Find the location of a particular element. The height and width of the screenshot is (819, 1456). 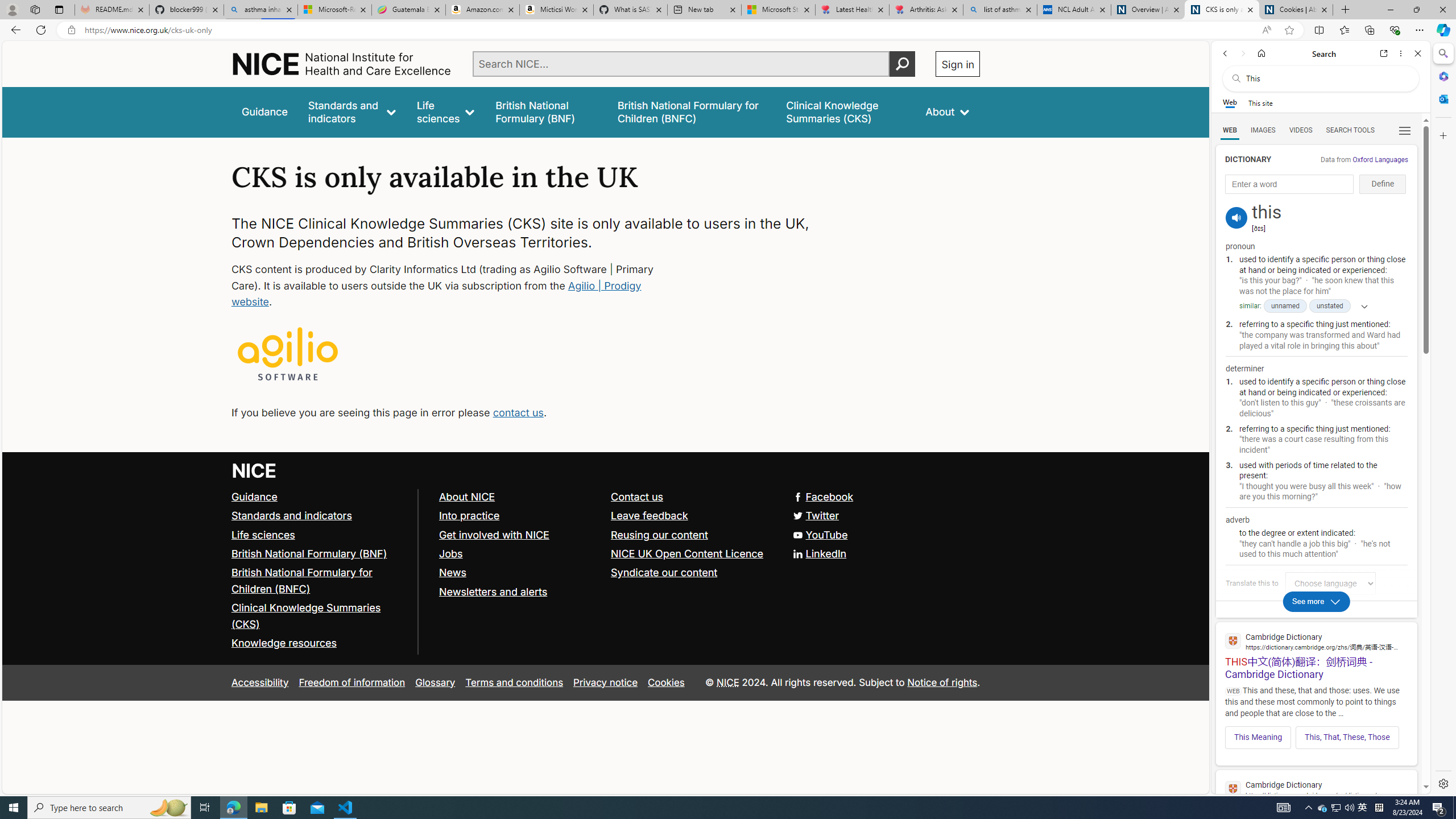

'Freedom of information' is located at coordinates (352, 682).